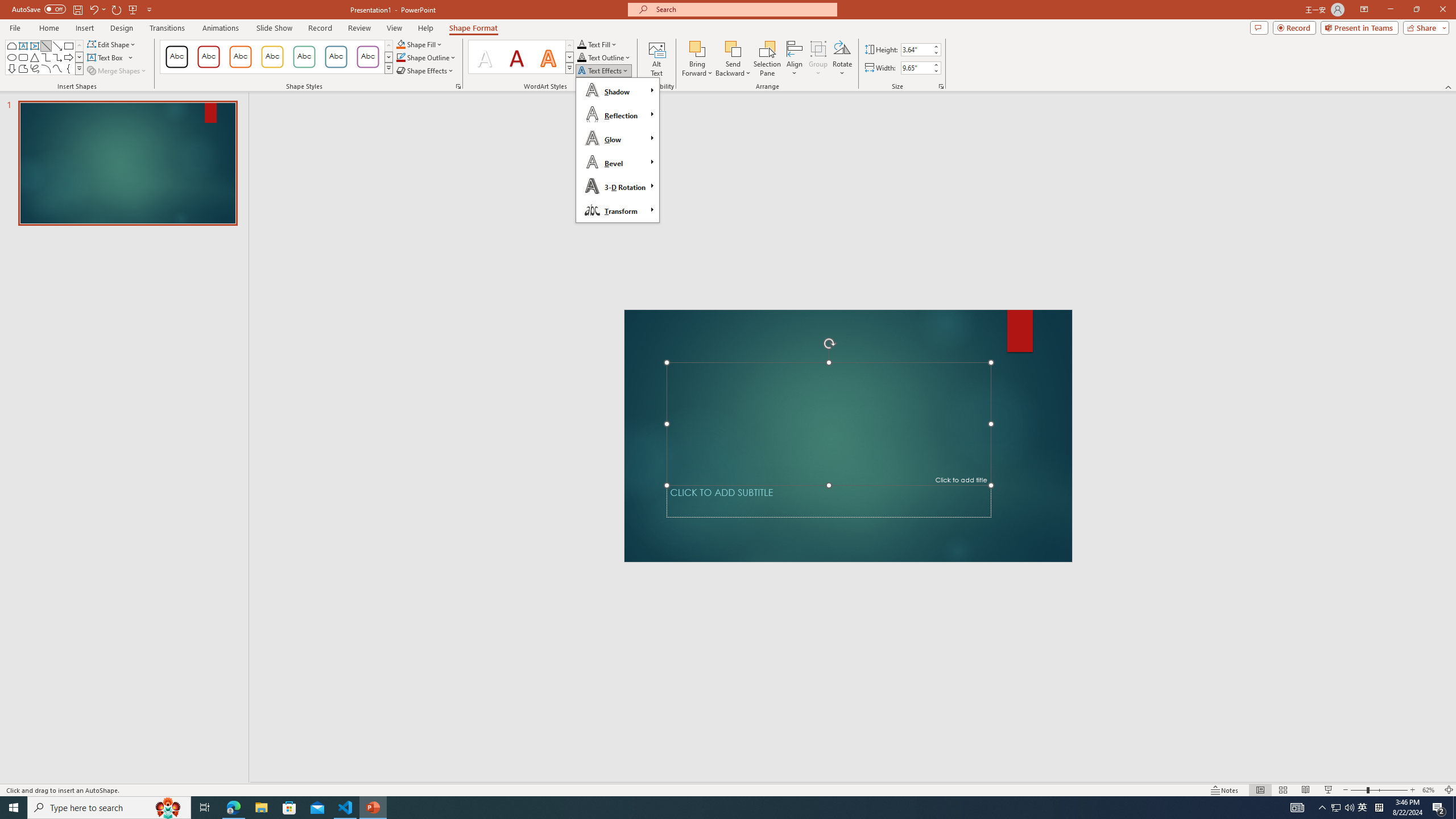 The height and width of the screenshot is (819, 1456). I want to click on 'Colored Outline - Orange, Accent 2', so click(239, 56).